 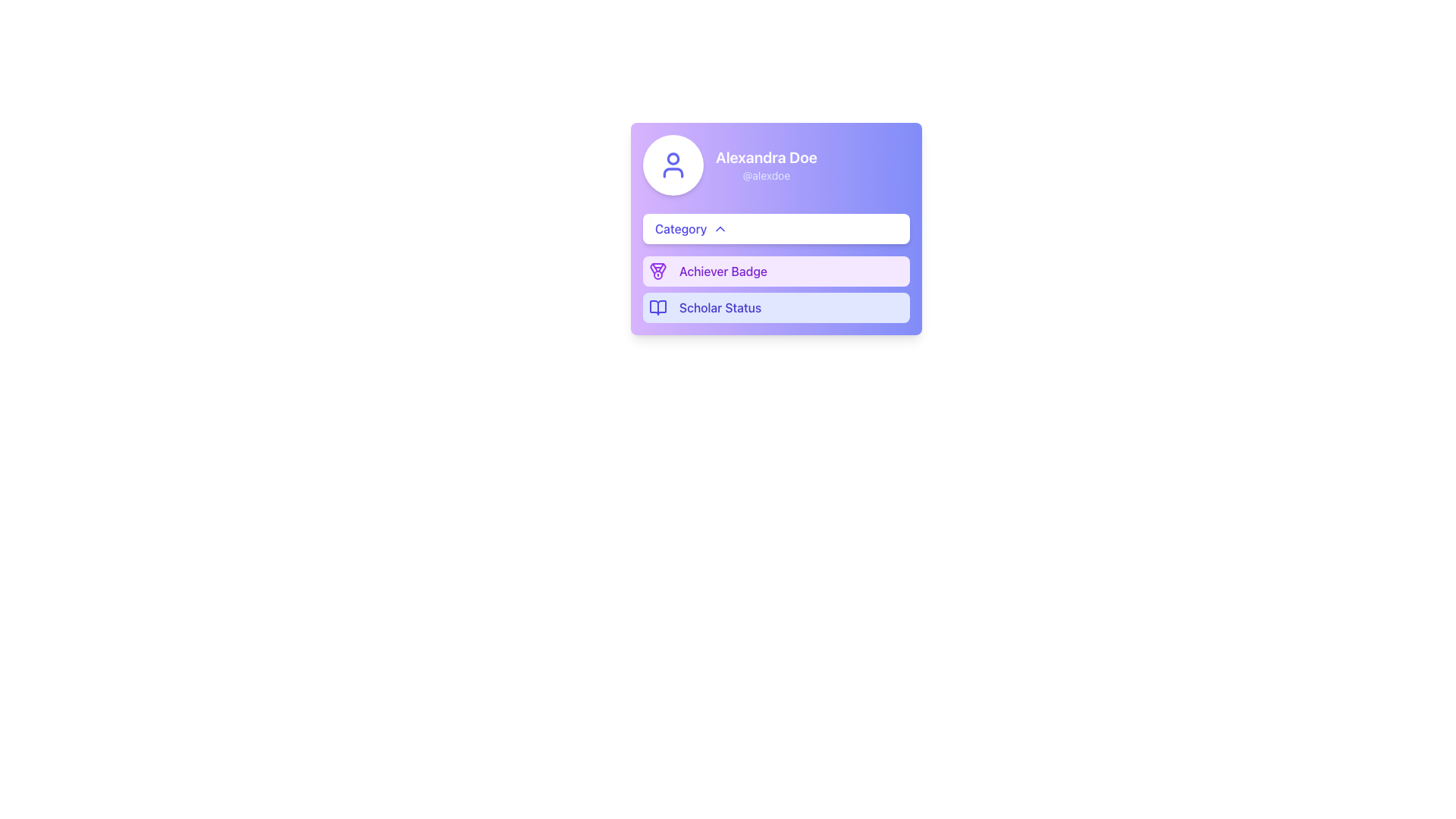 What do you see at coordinates (776, 165) in the screenshot?
I see `the Profile Card Header, which displays the user's name, username, and profile icon, located at the top center of the user profile section` at bounding box center [776, 165].